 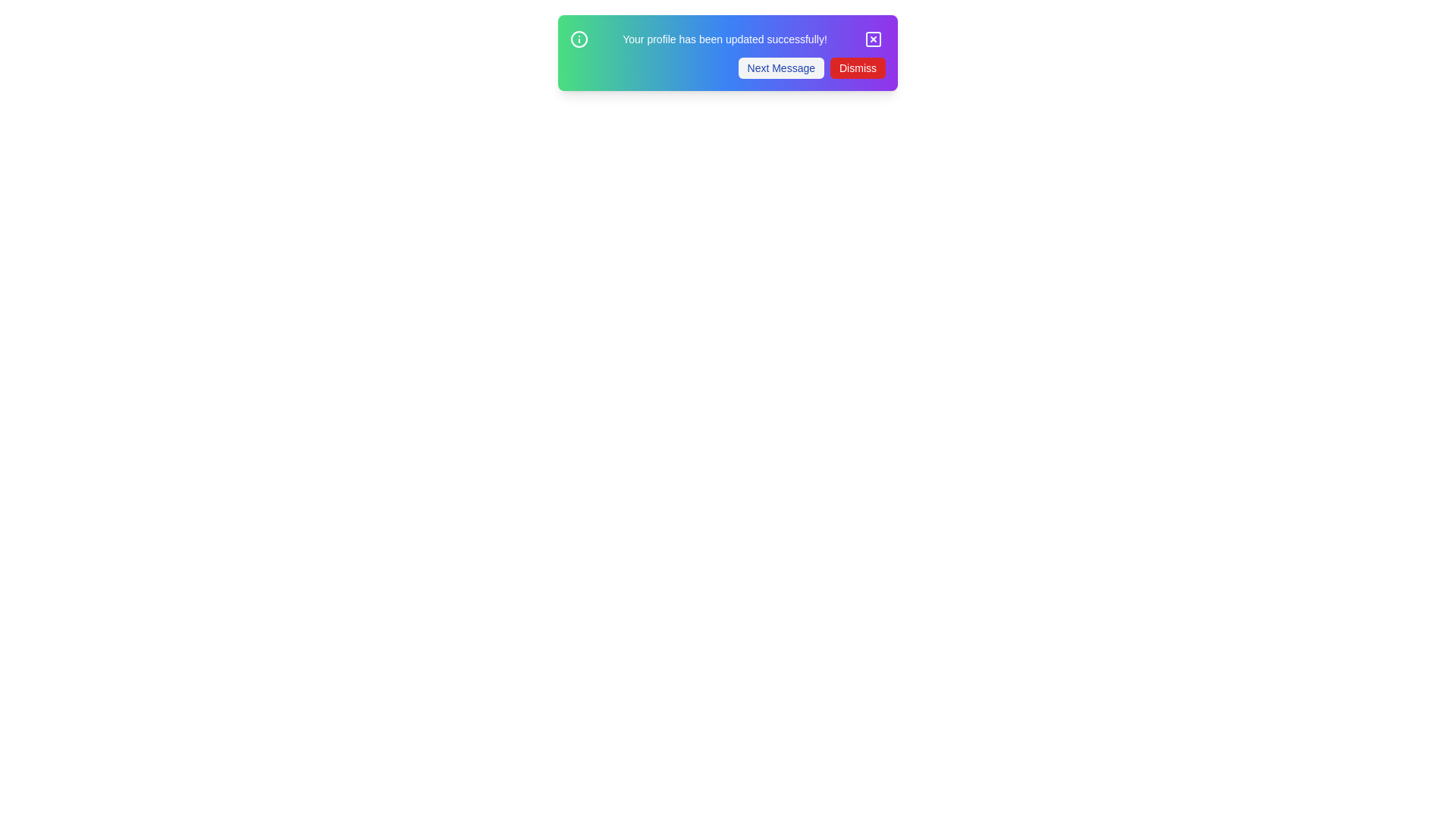 I want to click on 'Next Message' button to navigate to the next message, so click(x=781, y=67).